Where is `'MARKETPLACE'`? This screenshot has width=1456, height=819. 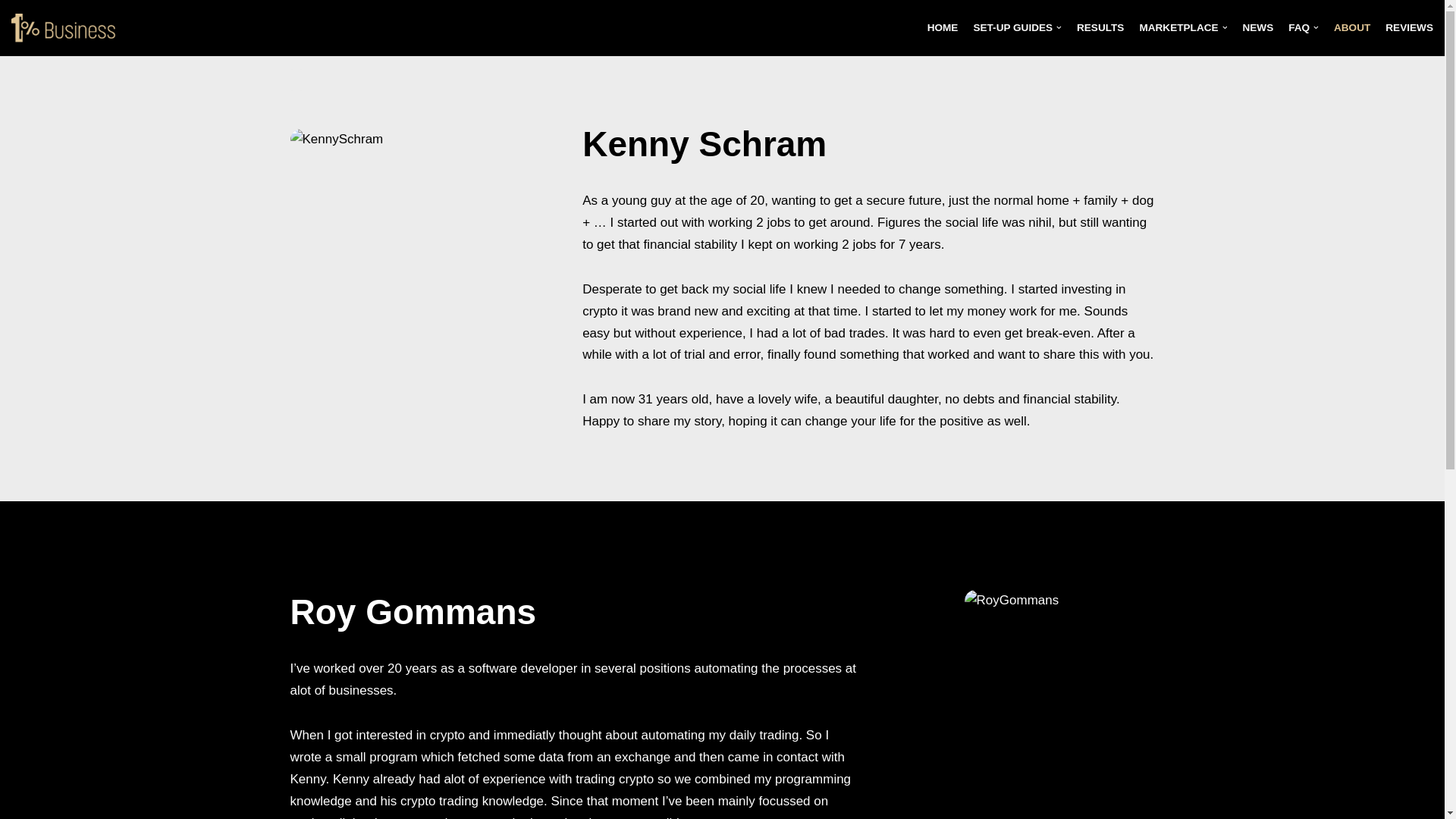
'MARKETPLACE' is located at coordinates (1182, 27).